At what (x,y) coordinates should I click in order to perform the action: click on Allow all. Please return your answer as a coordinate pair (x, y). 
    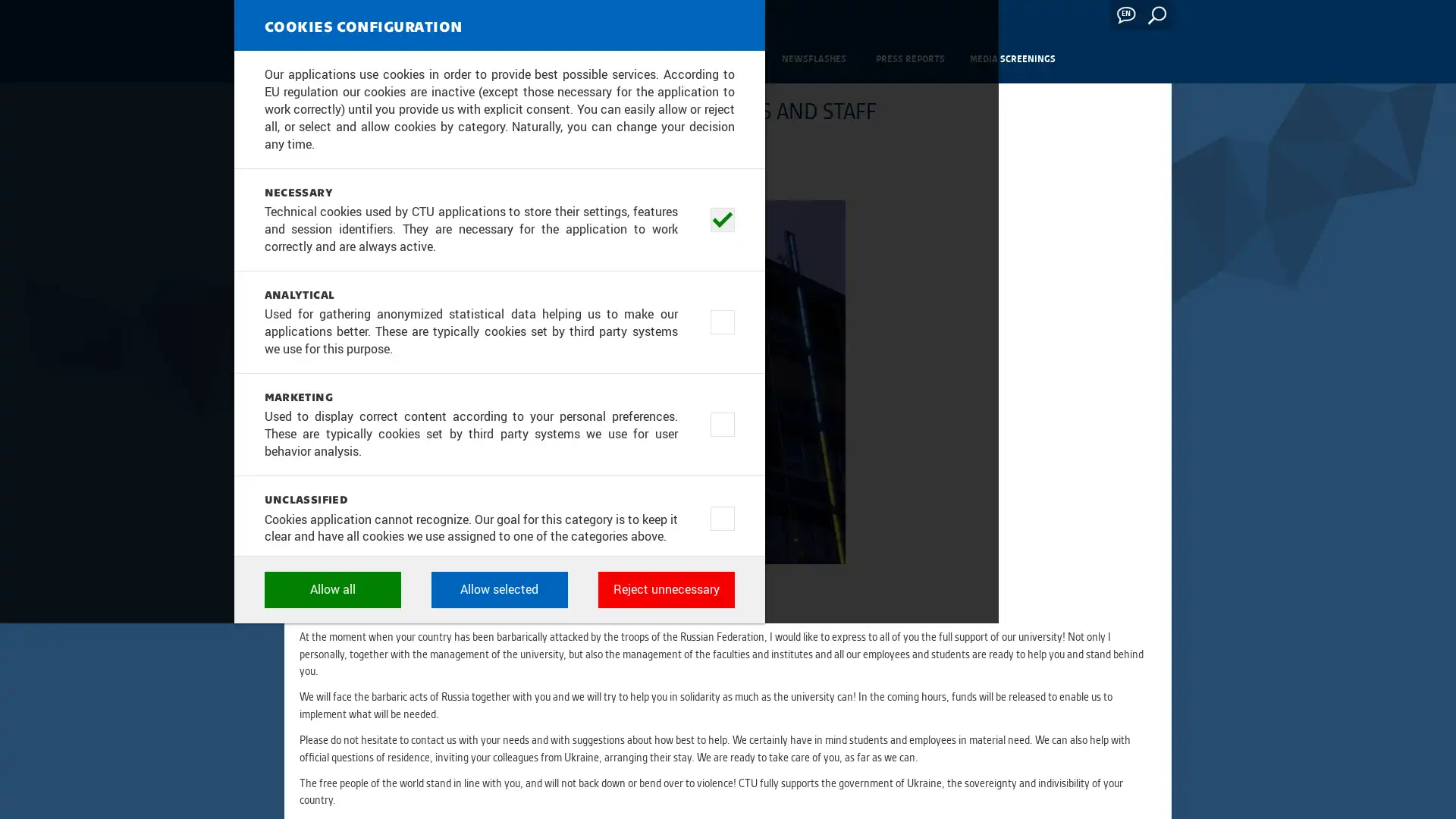
    Looking at the image, I should click on (560, 747).